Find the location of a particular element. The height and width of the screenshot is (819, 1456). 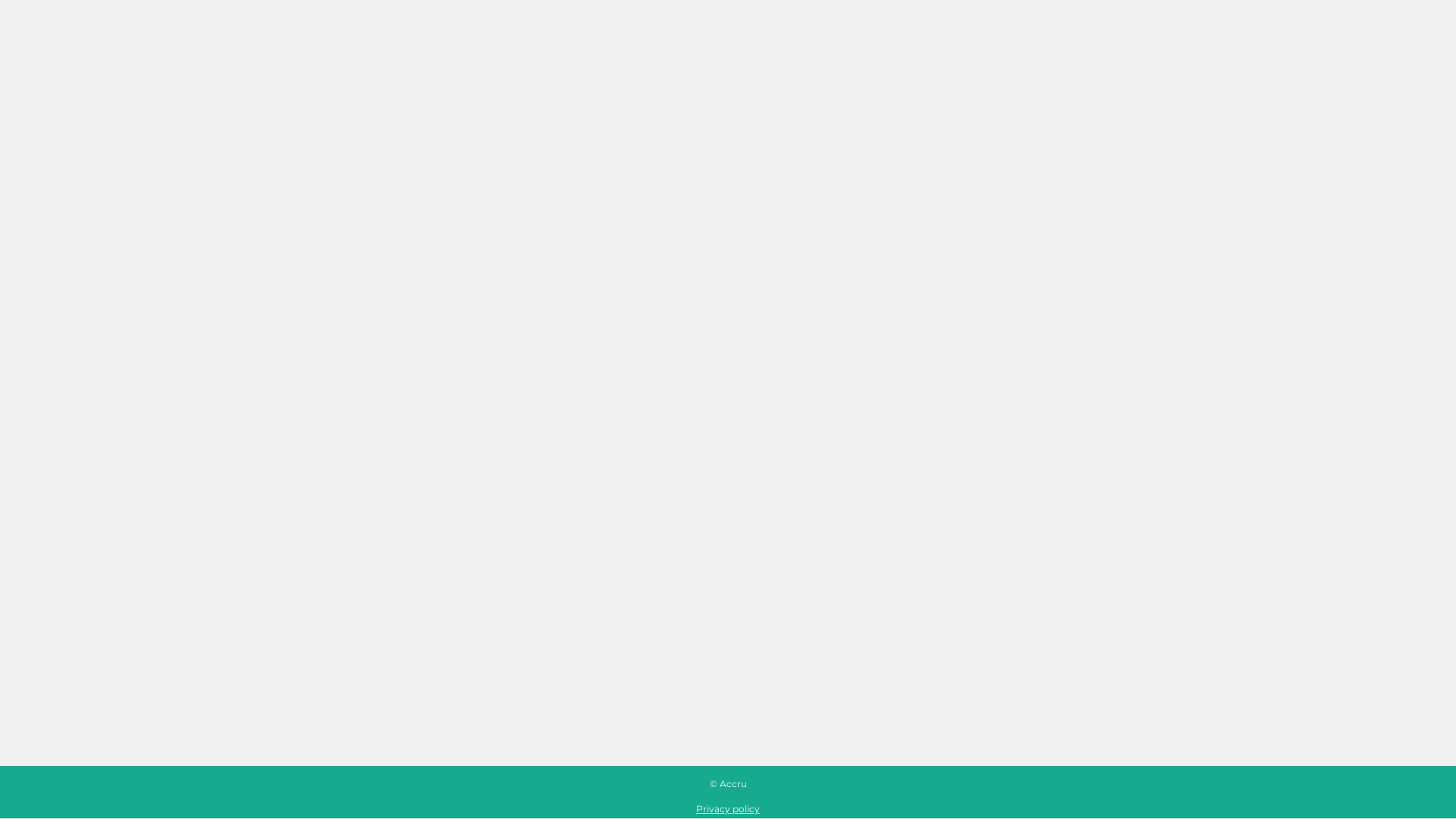

'Privacy policy' is located at coordinates (728, 808).